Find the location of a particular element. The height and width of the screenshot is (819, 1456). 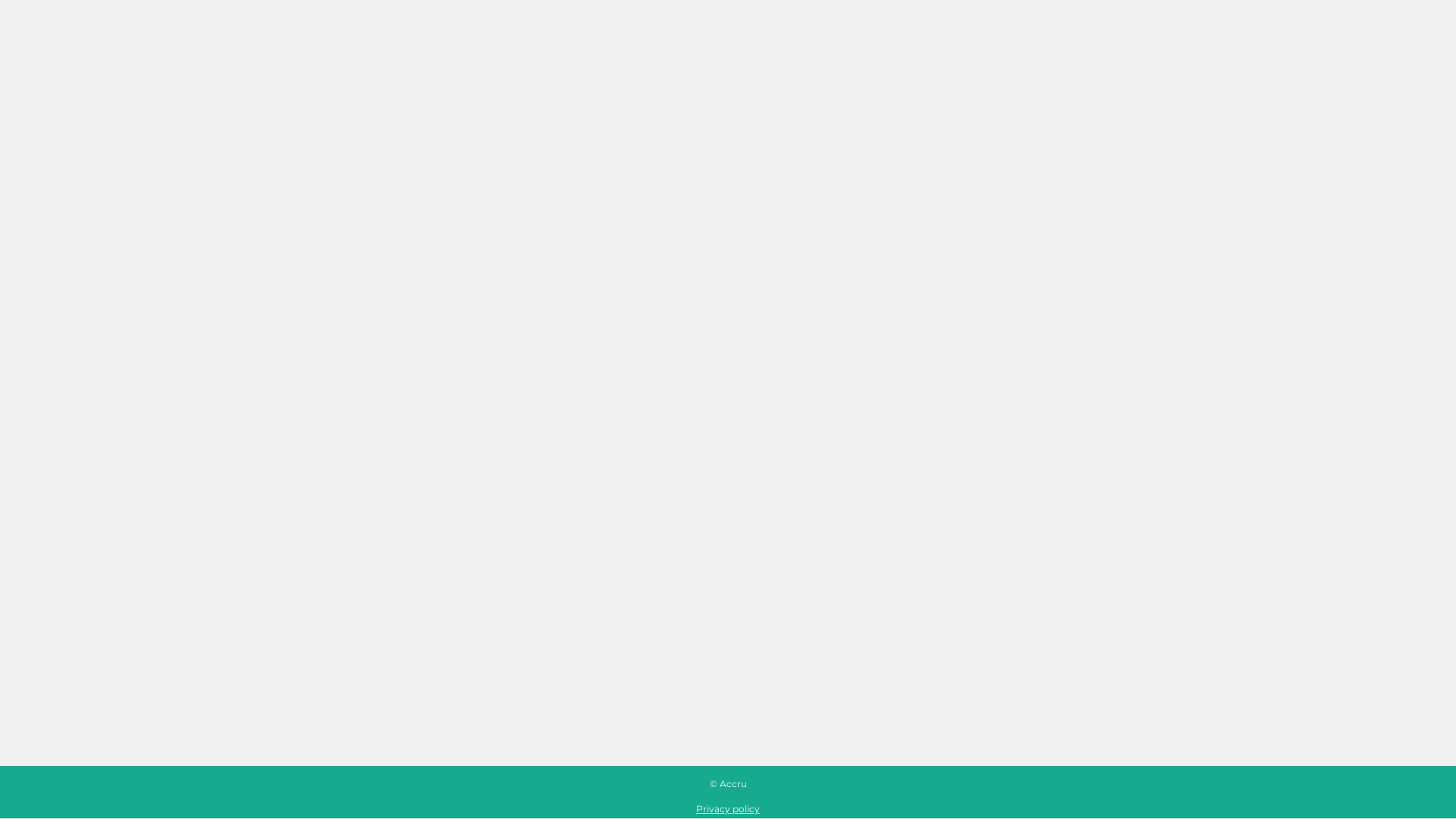

'Privacy policy' is located at coordinates (728, 808).